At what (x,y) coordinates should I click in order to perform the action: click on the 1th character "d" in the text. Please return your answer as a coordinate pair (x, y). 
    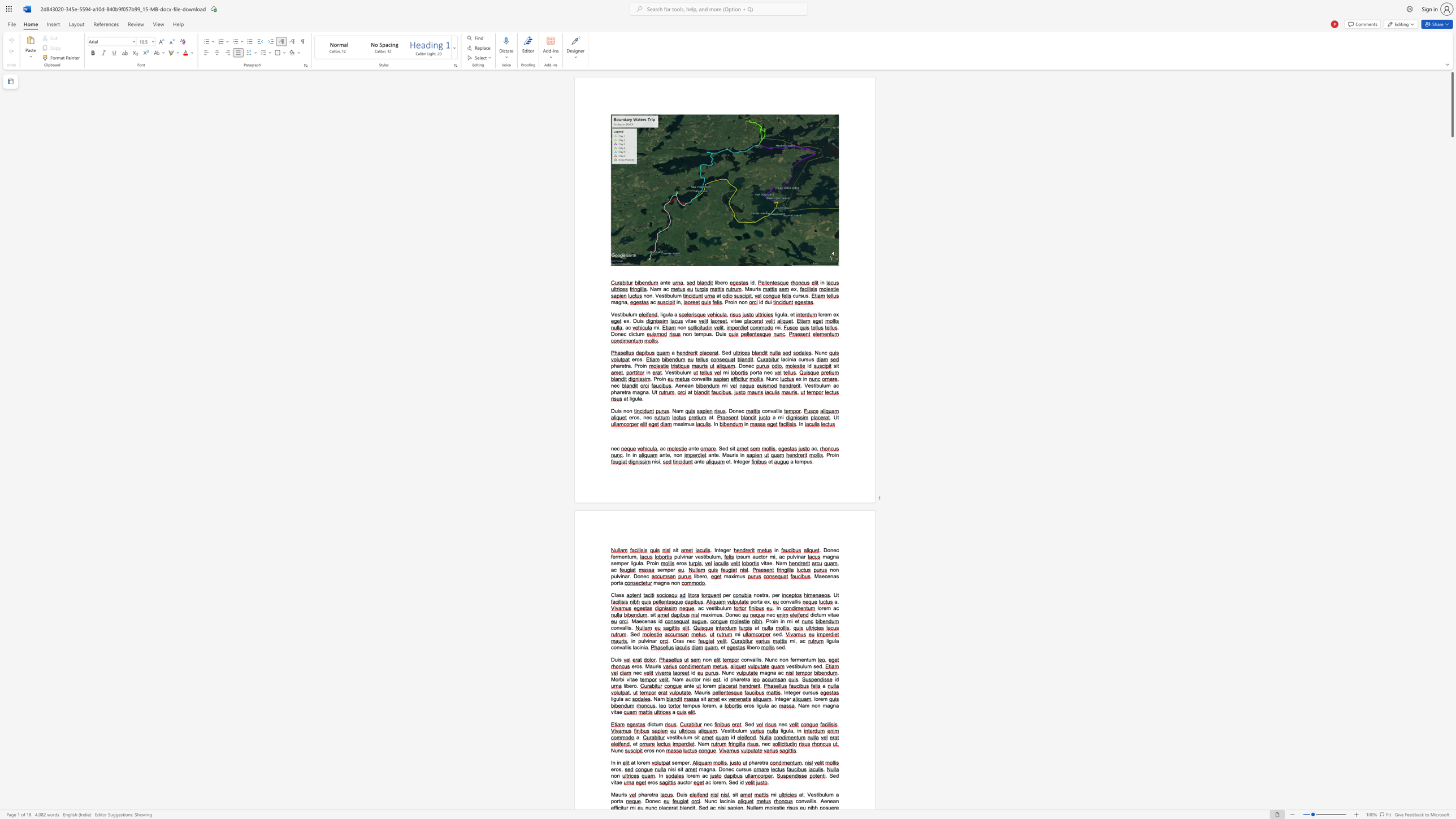
    Looking at the image, I should click on (736, 782).